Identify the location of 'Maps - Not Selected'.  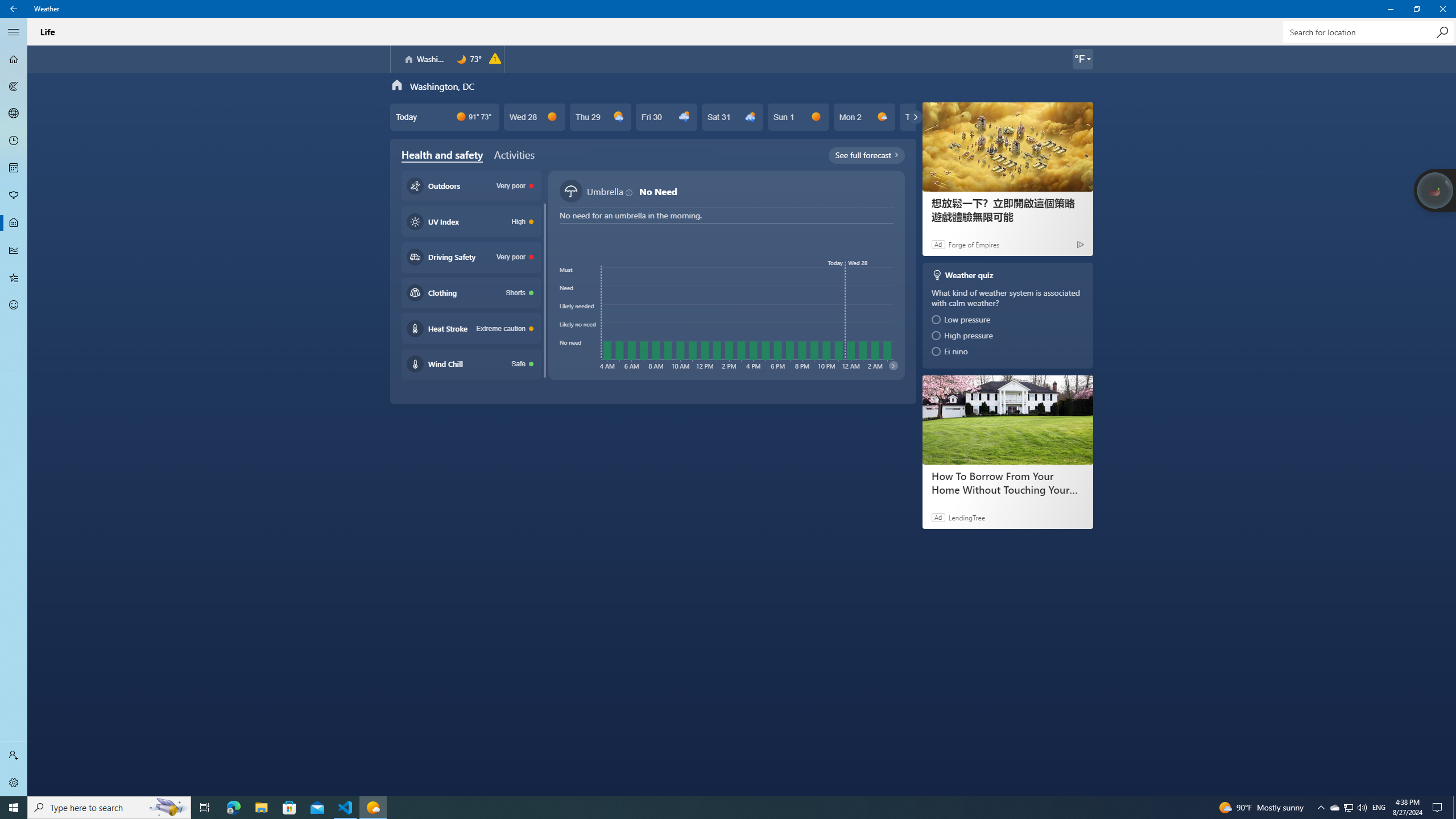
(14, 85).